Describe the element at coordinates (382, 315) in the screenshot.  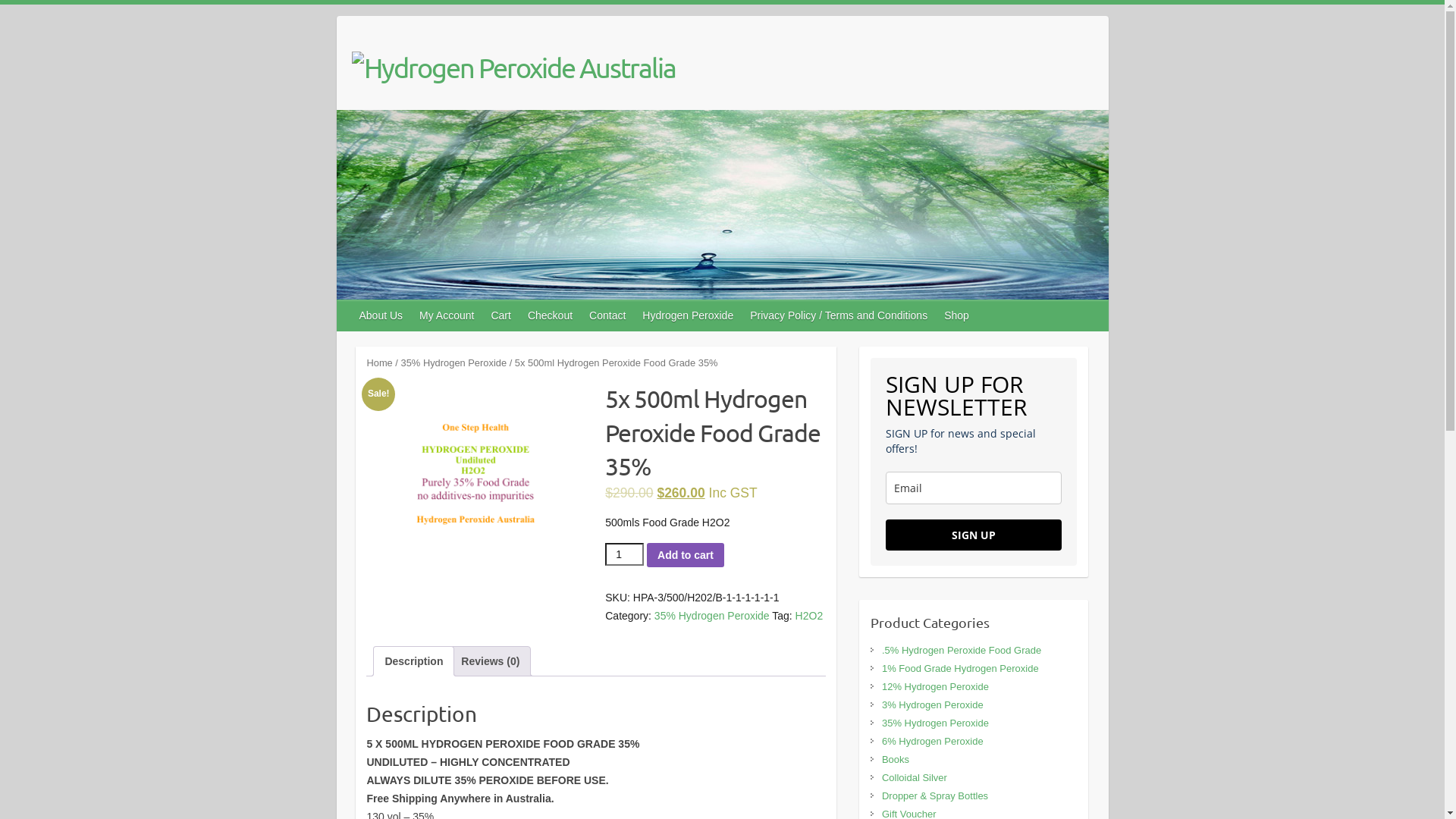
I see `'About Us'` at that location.